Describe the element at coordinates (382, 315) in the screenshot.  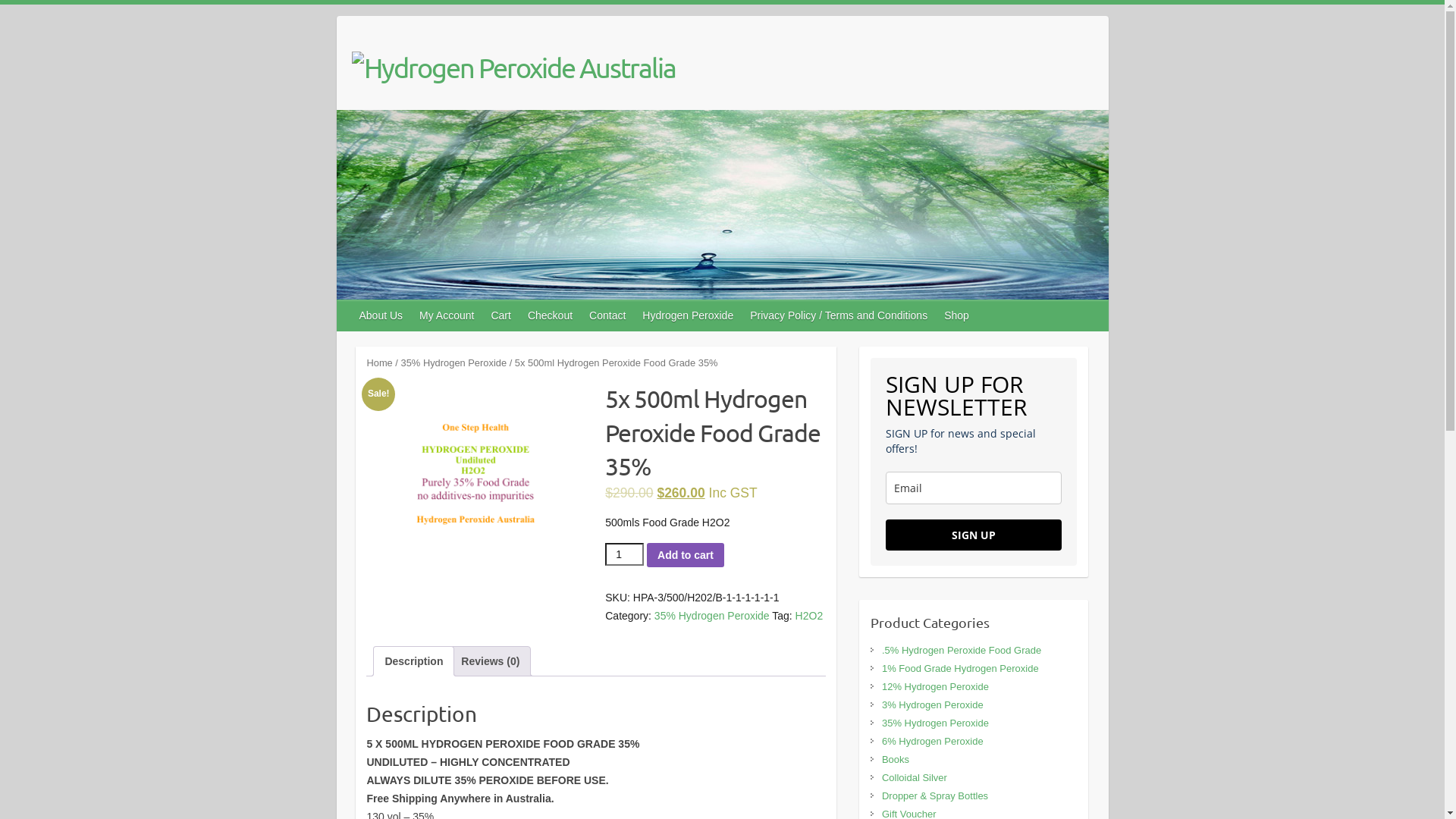
I see `'About Us'` at that location.